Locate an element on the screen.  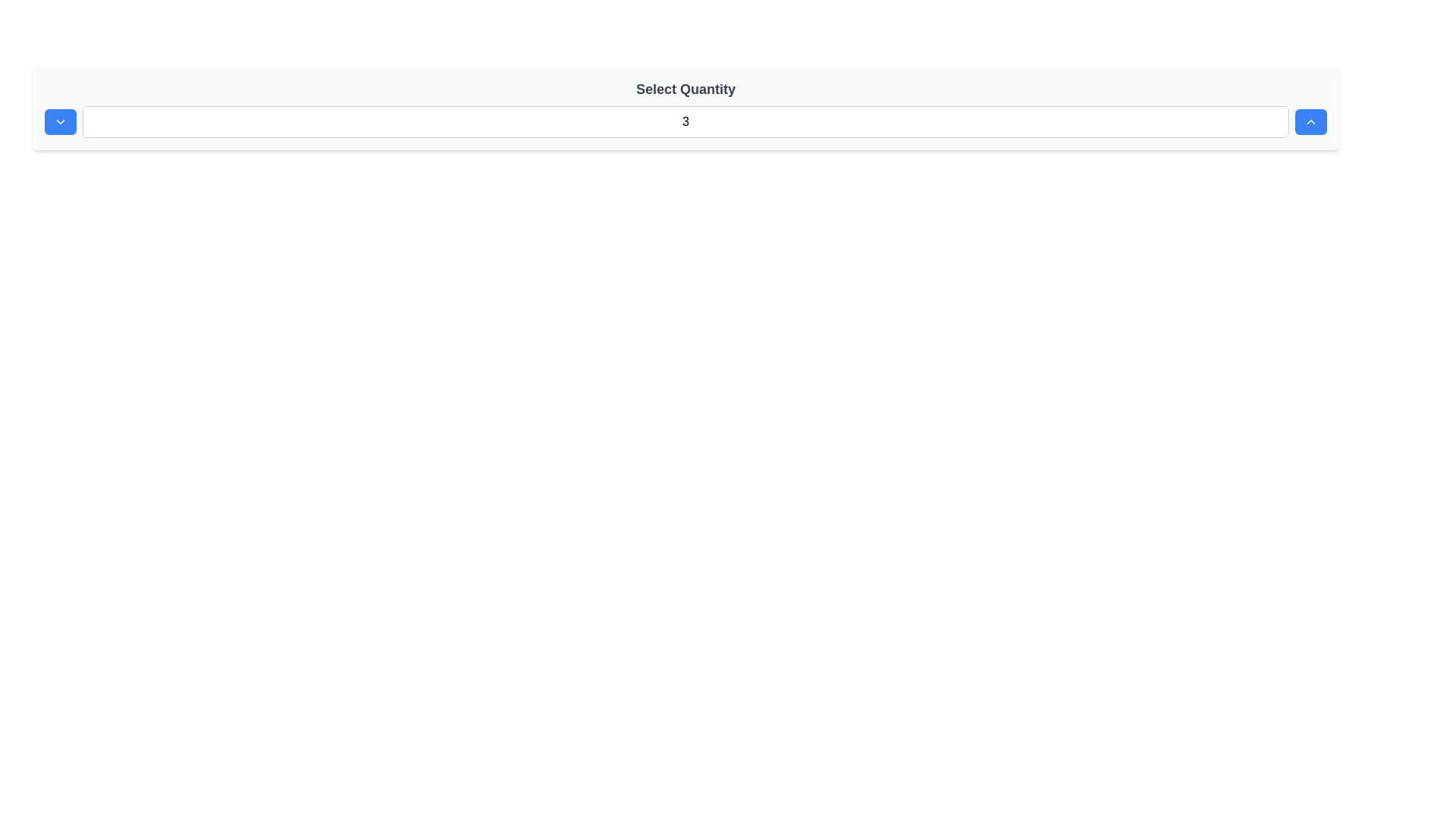
the small blue rectangular button with rounded corners and a white upward-pointing chevron icon to increment the value in the input field displaying '3' is located at coordinates (1310, 121).